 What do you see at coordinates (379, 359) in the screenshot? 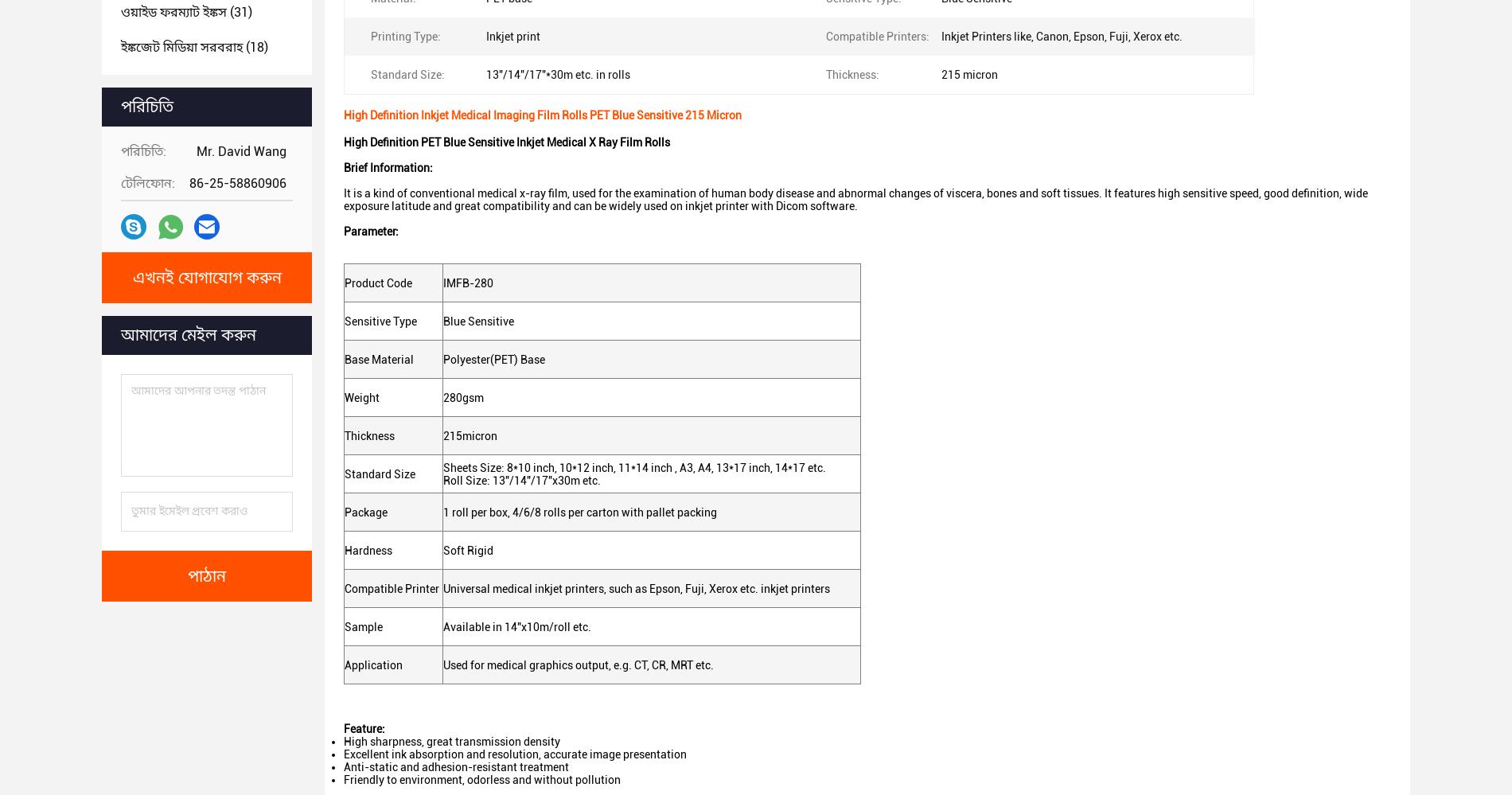
I see `'Base Material'` at bounding box center [379, 359].